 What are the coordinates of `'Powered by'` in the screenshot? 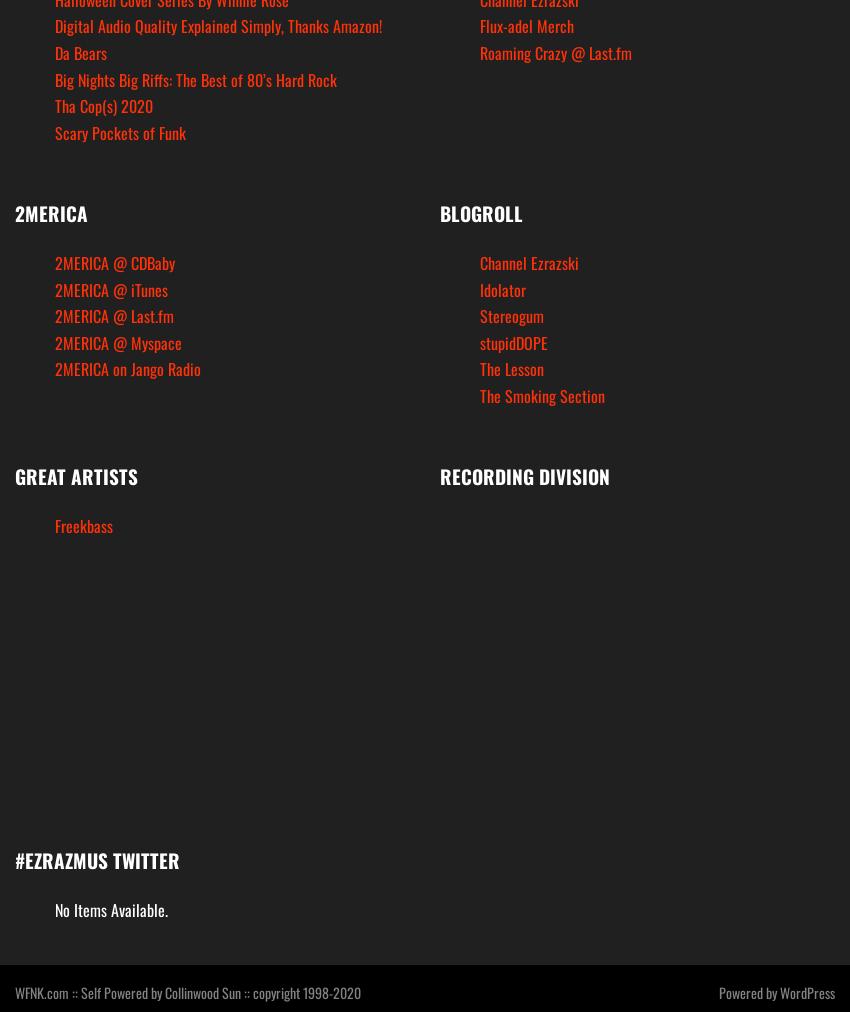 It's located at (749, 991).